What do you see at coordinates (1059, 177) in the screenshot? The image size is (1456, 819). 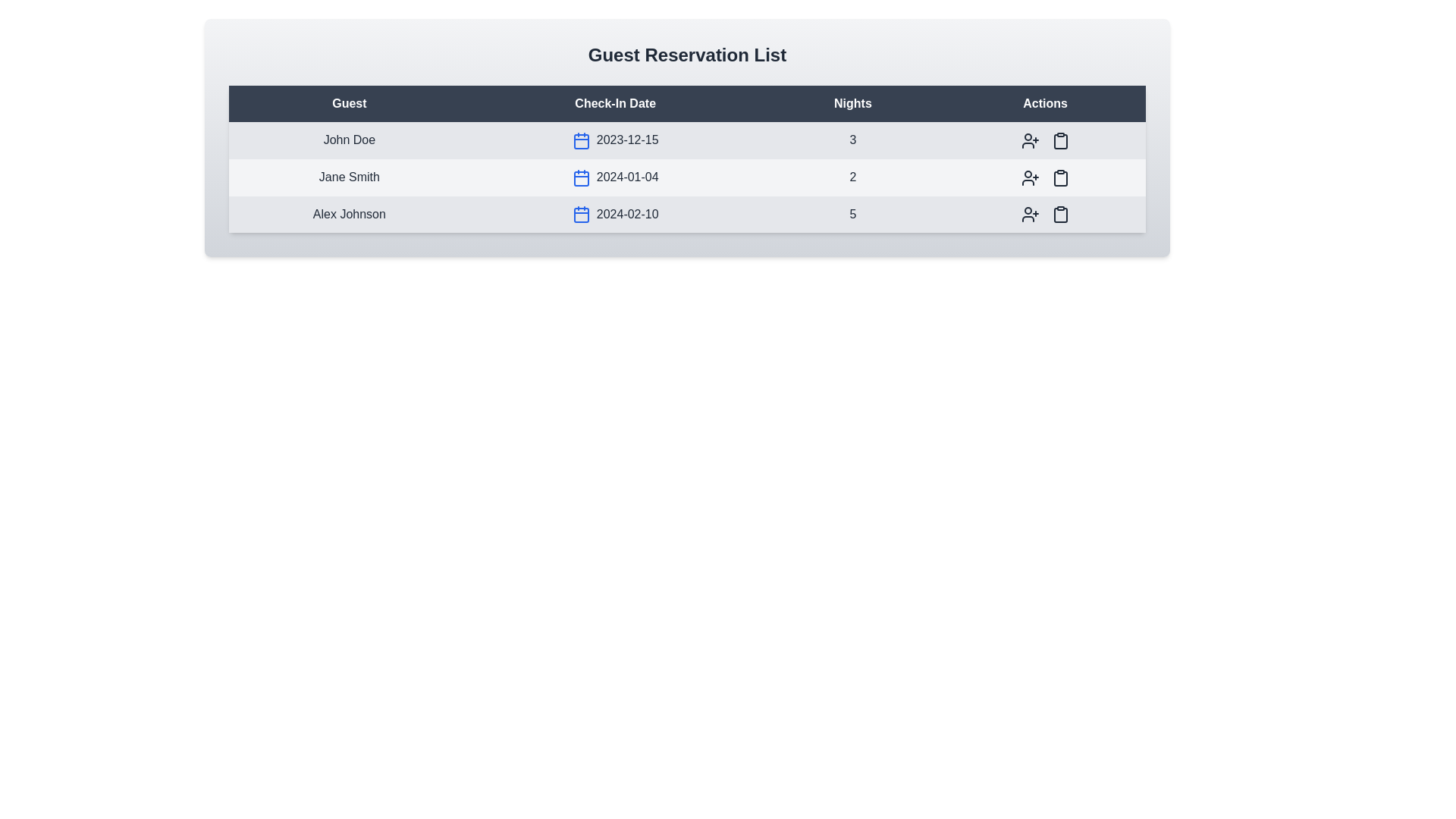 I see `the clipboard icon in the 'Actions' column of the second row in the guest reservation list` at bounding box center [1059, 177].